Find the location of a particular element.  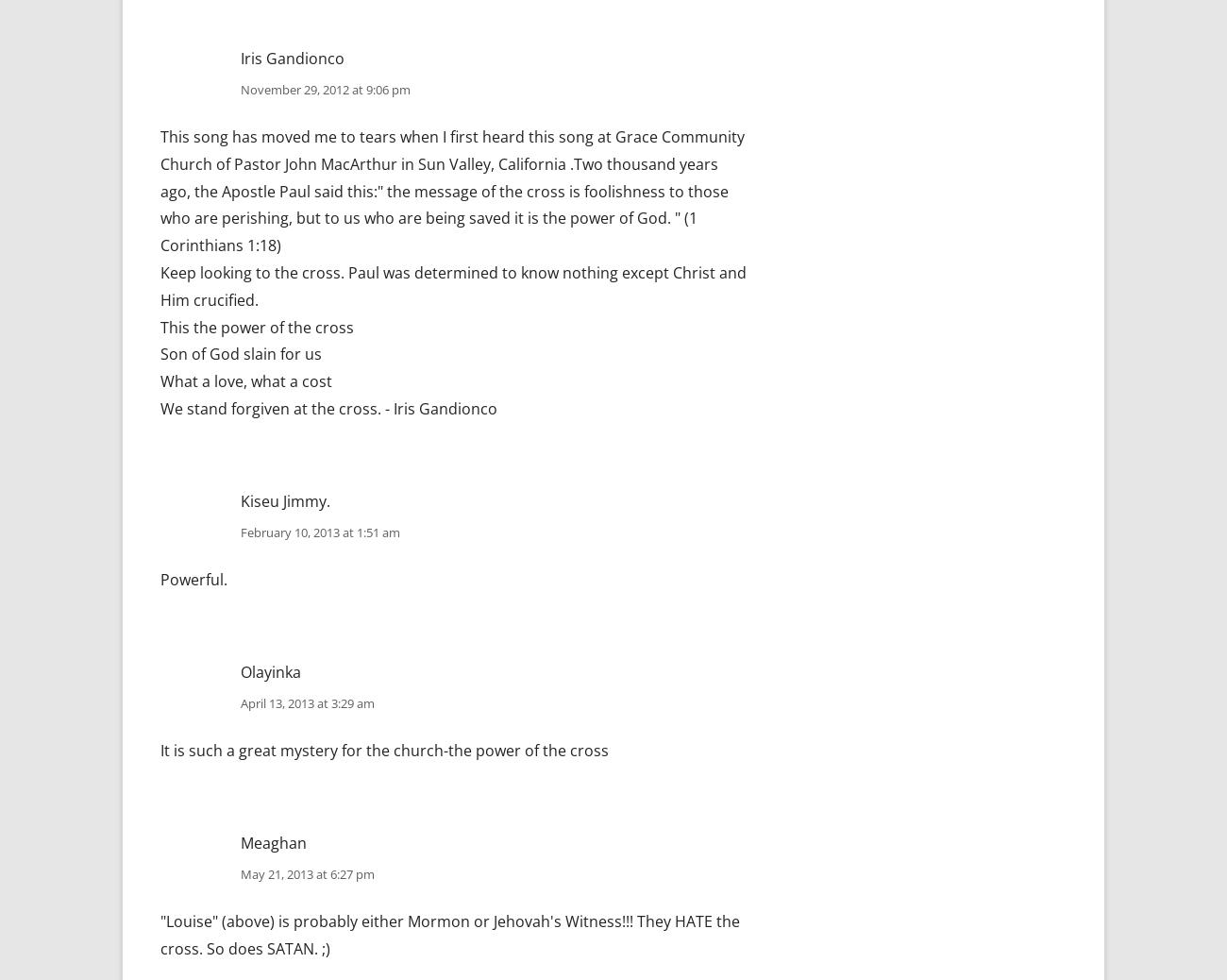

'Powerful.' is located at coordinates (193, 578).